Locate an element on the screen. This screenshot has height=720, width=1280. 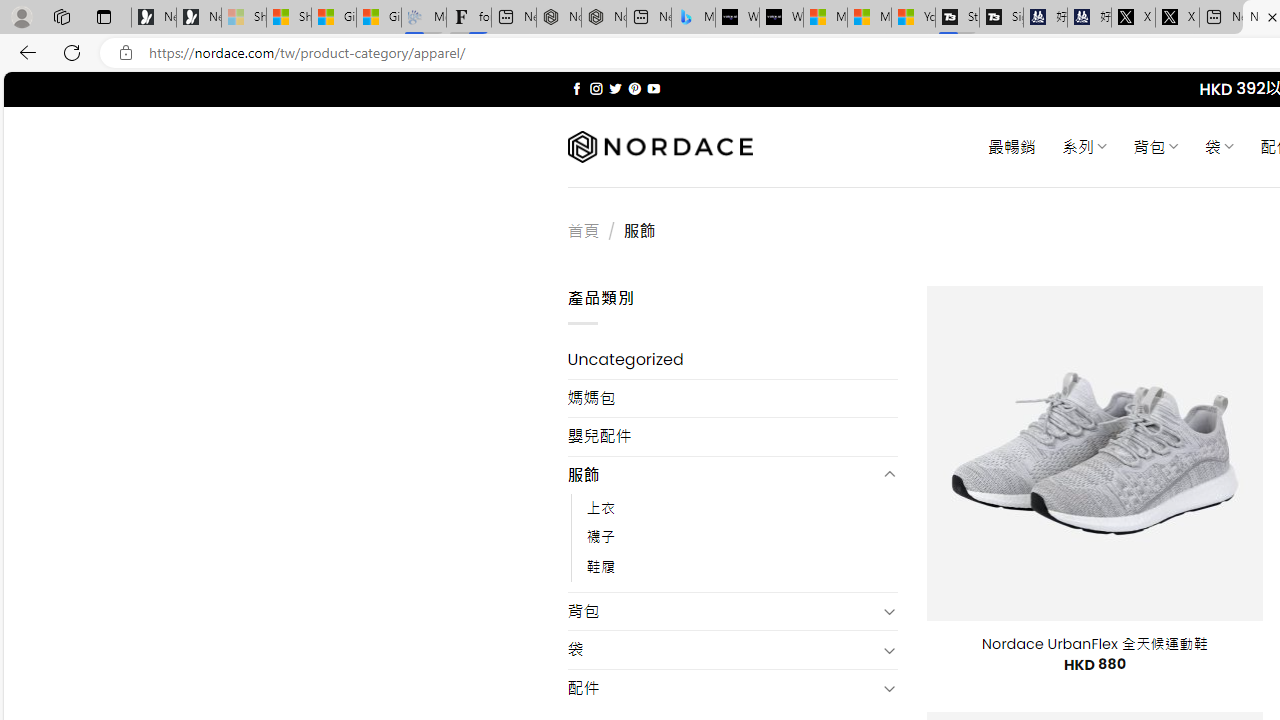
'Follow on Facebook' is located at coordinates (576, 88).